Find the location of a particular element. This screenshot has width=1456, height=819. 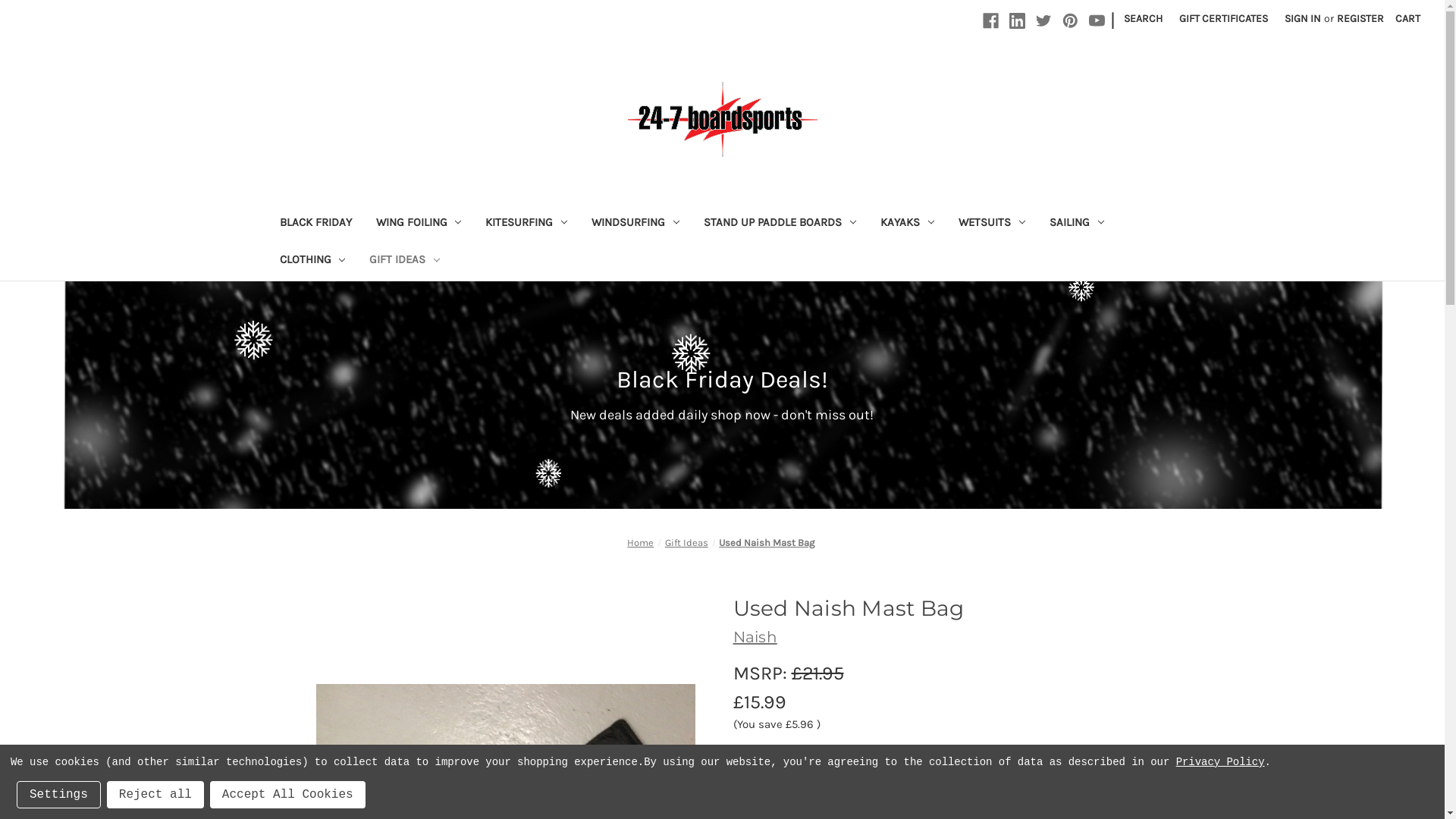

'Twitter' is located at coordinates (1043, 20).